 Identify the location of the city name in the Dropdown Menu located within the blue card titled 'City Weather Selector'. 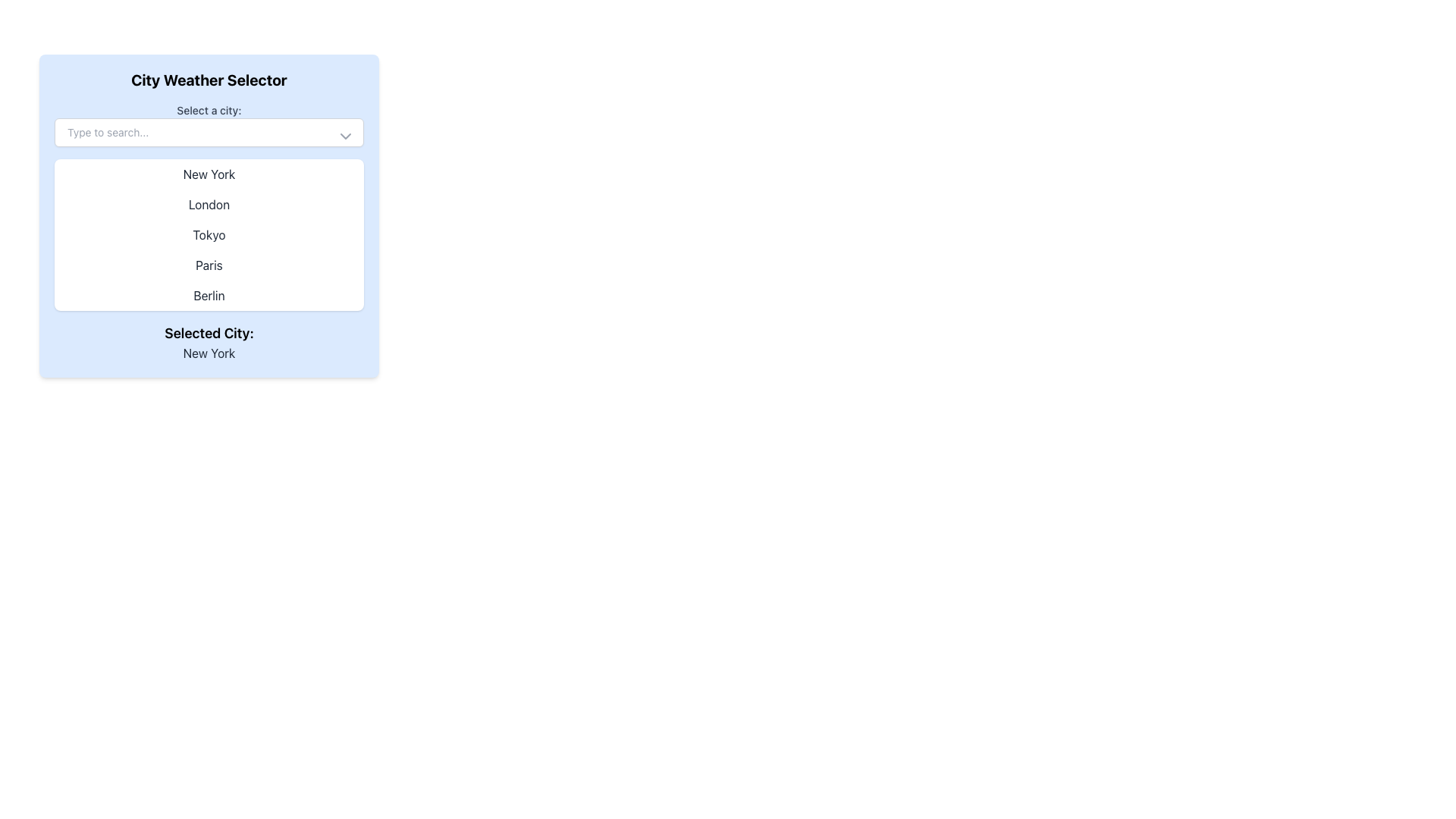
(208, 234).